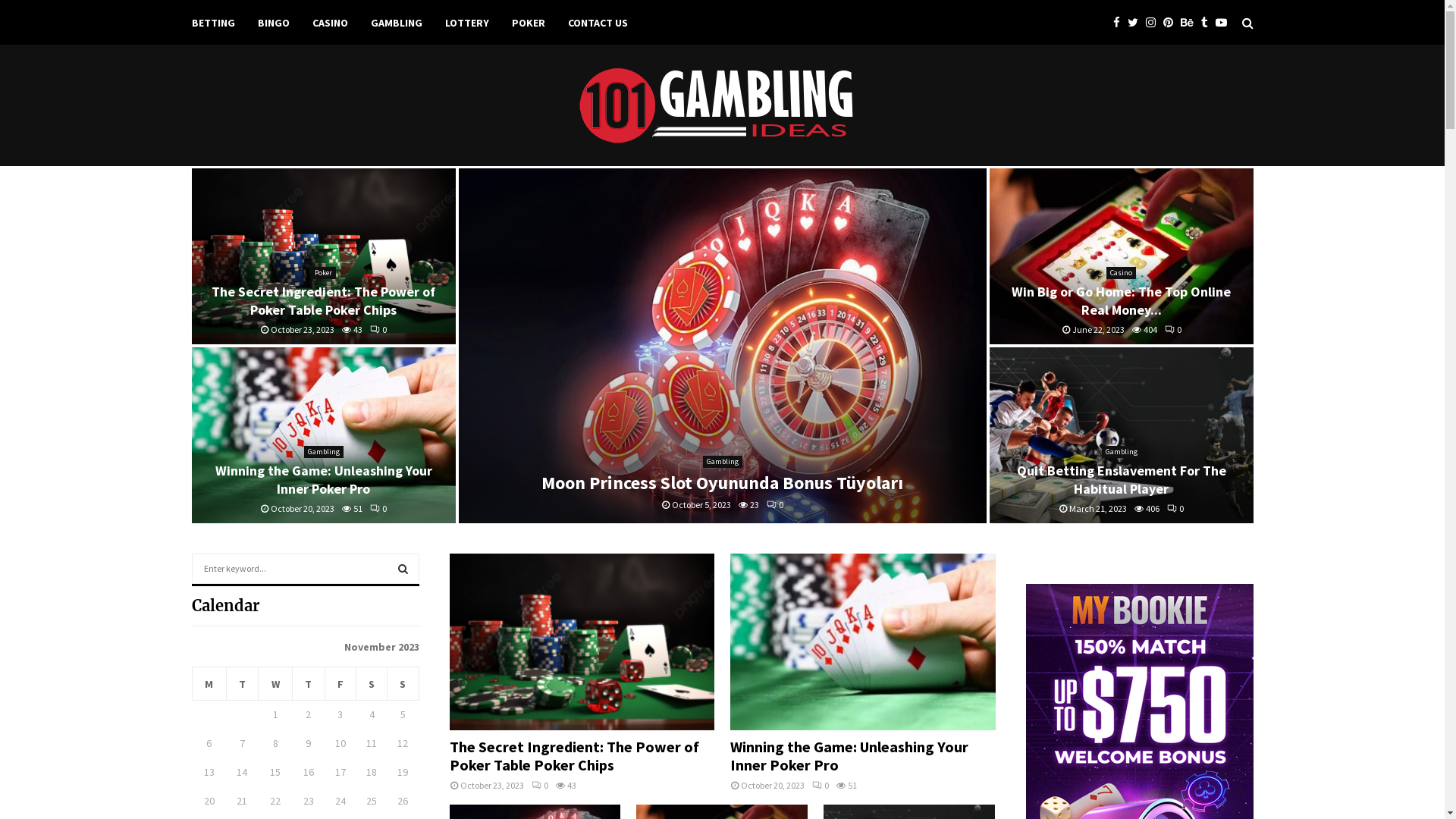  What do you see at coordinates (273, 23) in the screenshot?
I see `'BINGO'` at bounding box center [273, 23].